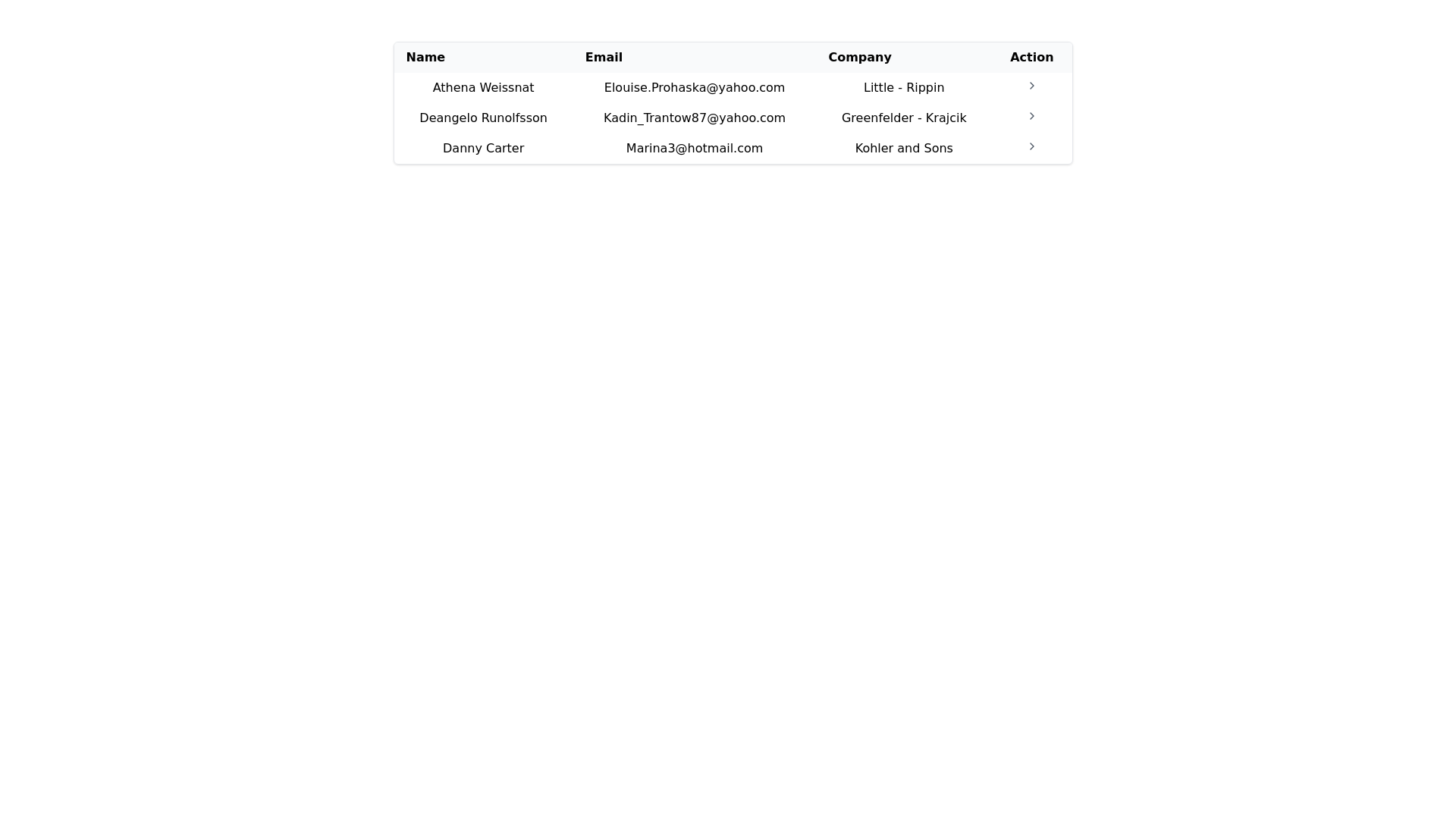  I want to click on the first row of the table containing 'Athena Weissnat', 'Elouise.Prohaska@yahoo.com', and 'Little - Rippin', which ends with an arrow icon, so click(733, 87).